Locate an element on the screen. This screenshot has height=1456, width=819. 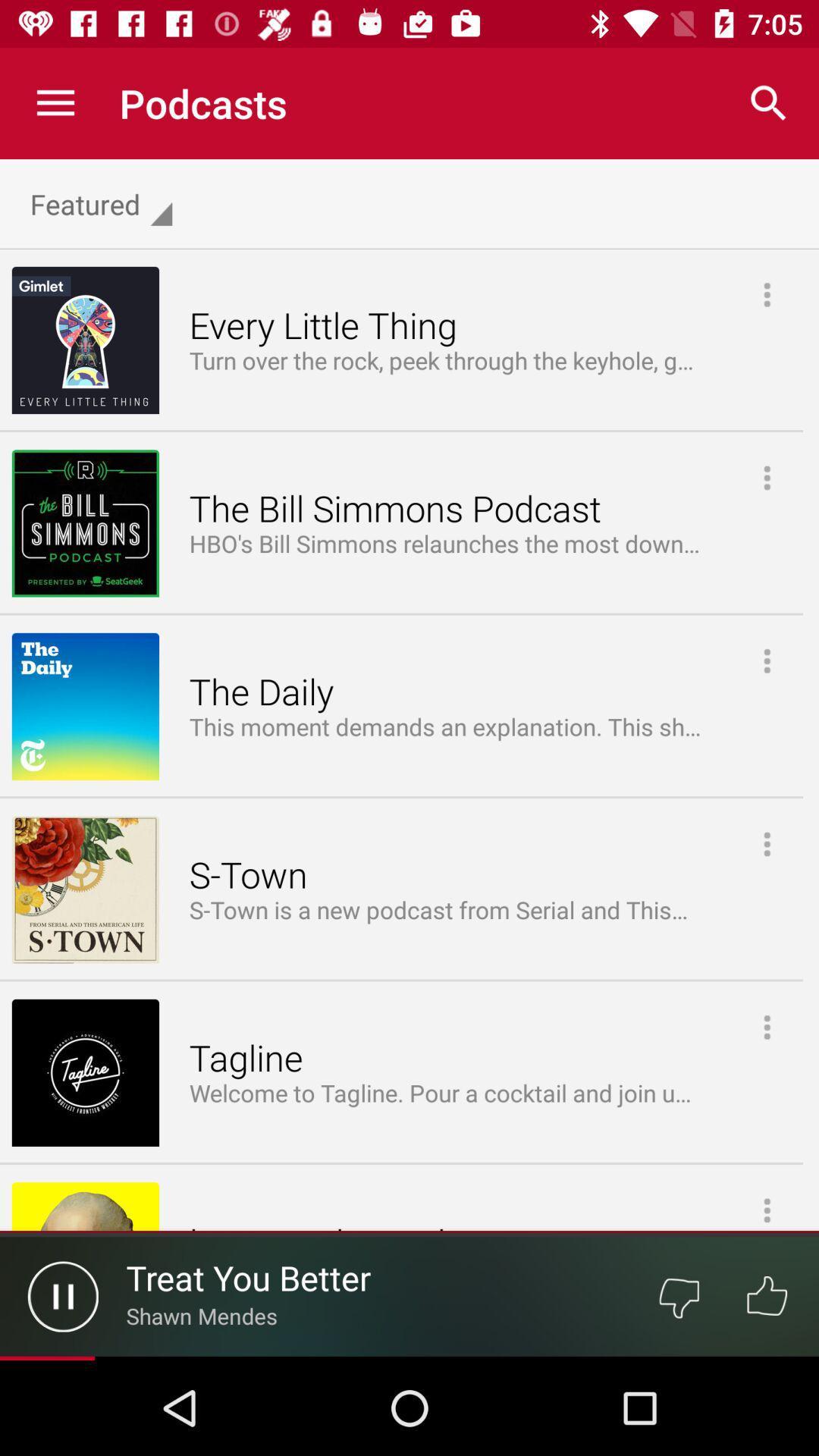
the thumbs_up icon is located at coordinates (767, 1295).